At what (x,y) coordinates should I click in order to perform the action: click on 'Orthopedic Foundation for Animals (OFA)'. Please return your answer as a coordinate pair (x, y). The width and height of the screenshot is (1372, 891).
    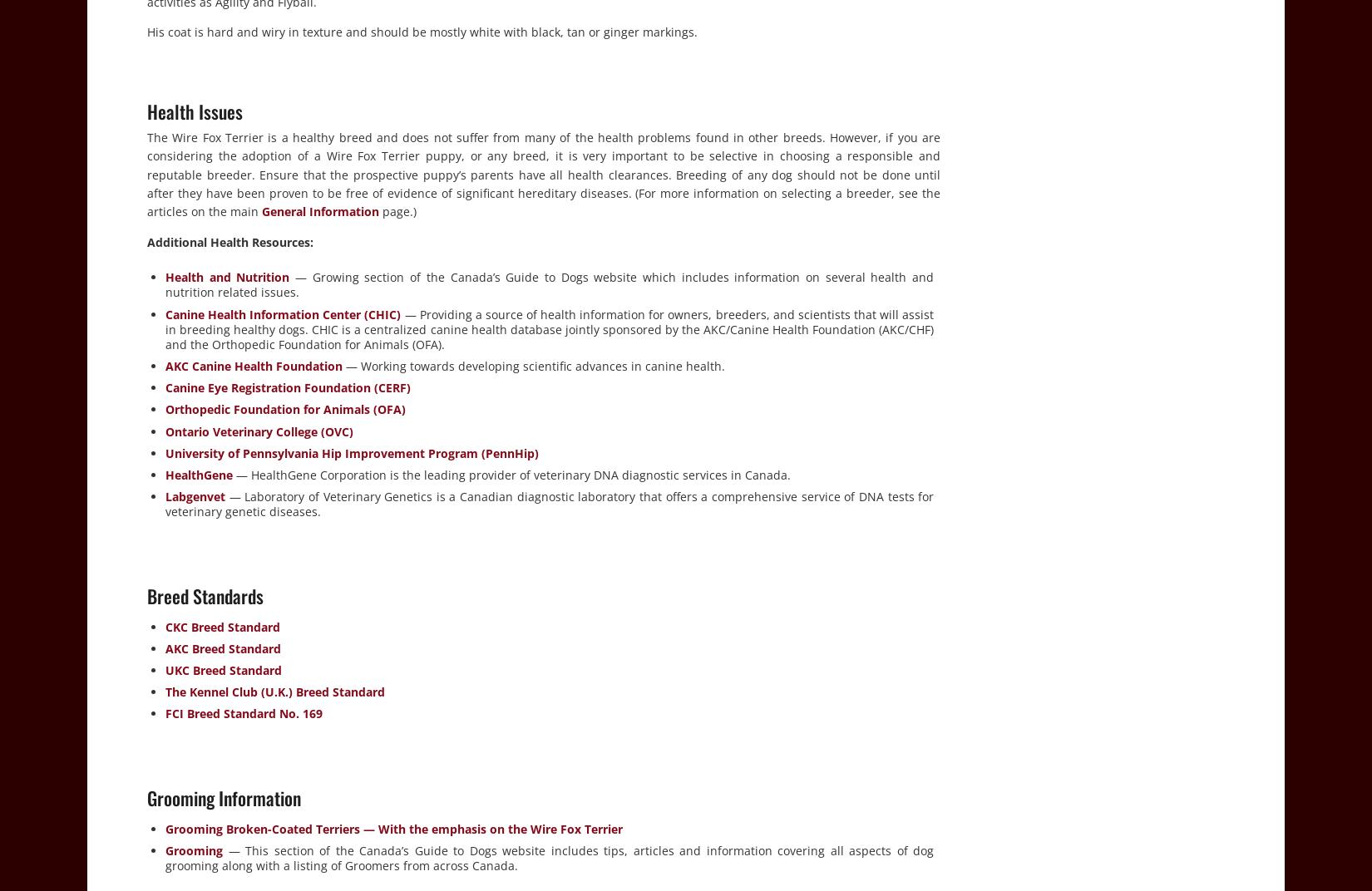
    Looking at the image, I should click on (285, 409).